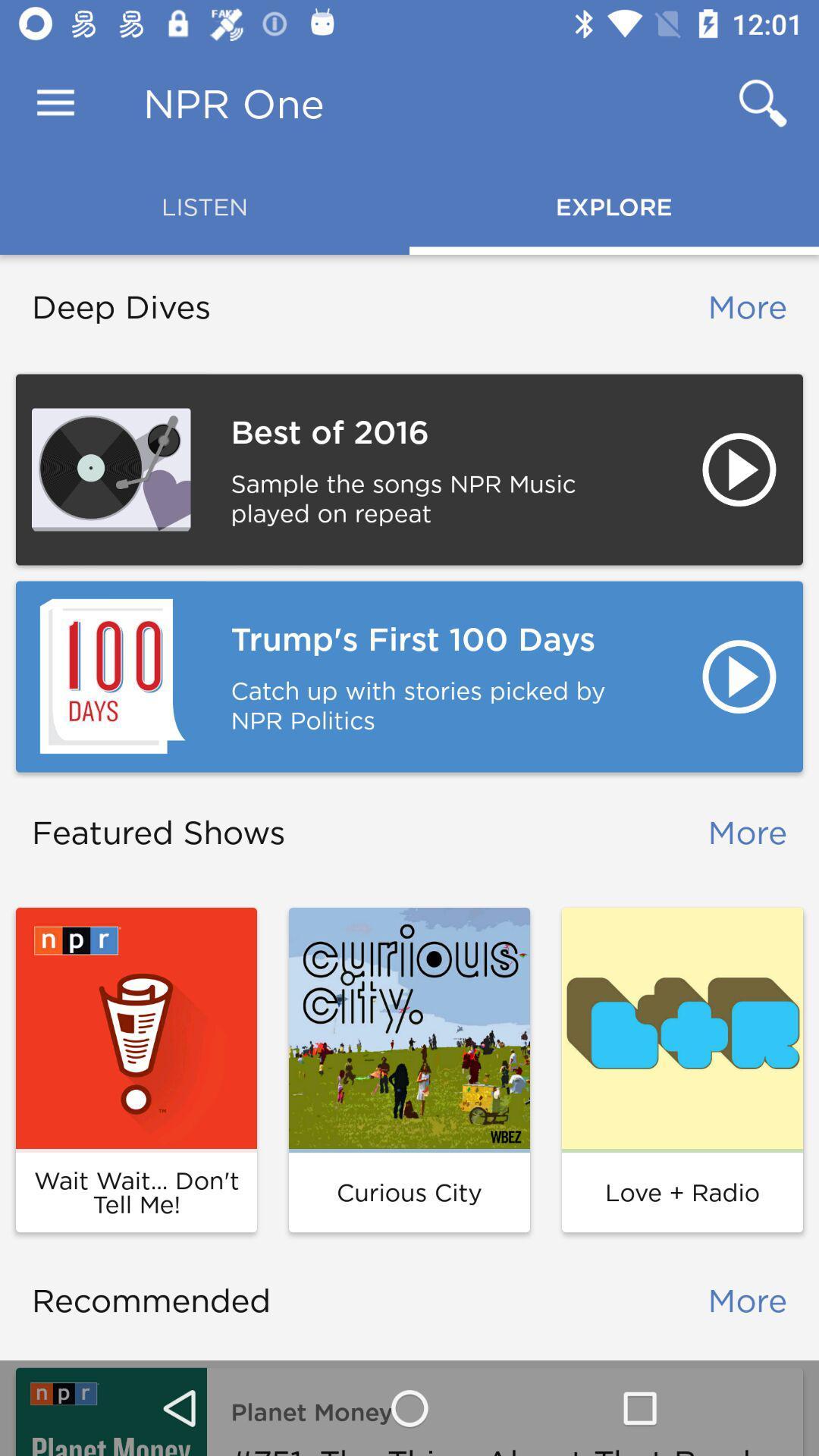 The image size is (819, 1456). What do you see at coordinates (55, 102) in the screenshot?
I see `icon next to npr one item` at bounding box center [55, 102].